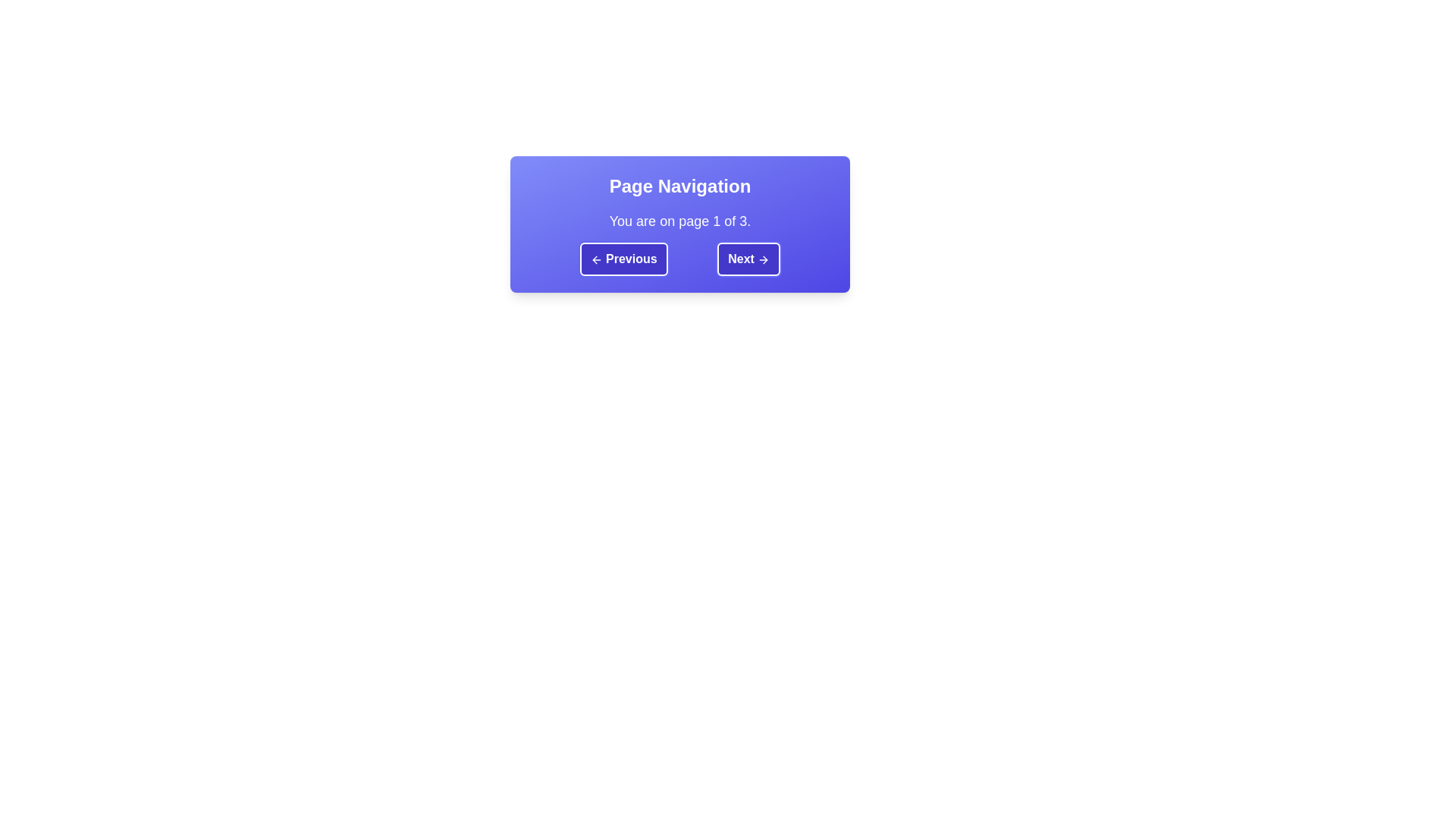 The height and width of the screenshot is (819, 1456). I want to click on page navigation information displayed in the panel titled 'Page Navigation' which includes the subtitle 'You are on page 1 of 3.', so click(679, 224).